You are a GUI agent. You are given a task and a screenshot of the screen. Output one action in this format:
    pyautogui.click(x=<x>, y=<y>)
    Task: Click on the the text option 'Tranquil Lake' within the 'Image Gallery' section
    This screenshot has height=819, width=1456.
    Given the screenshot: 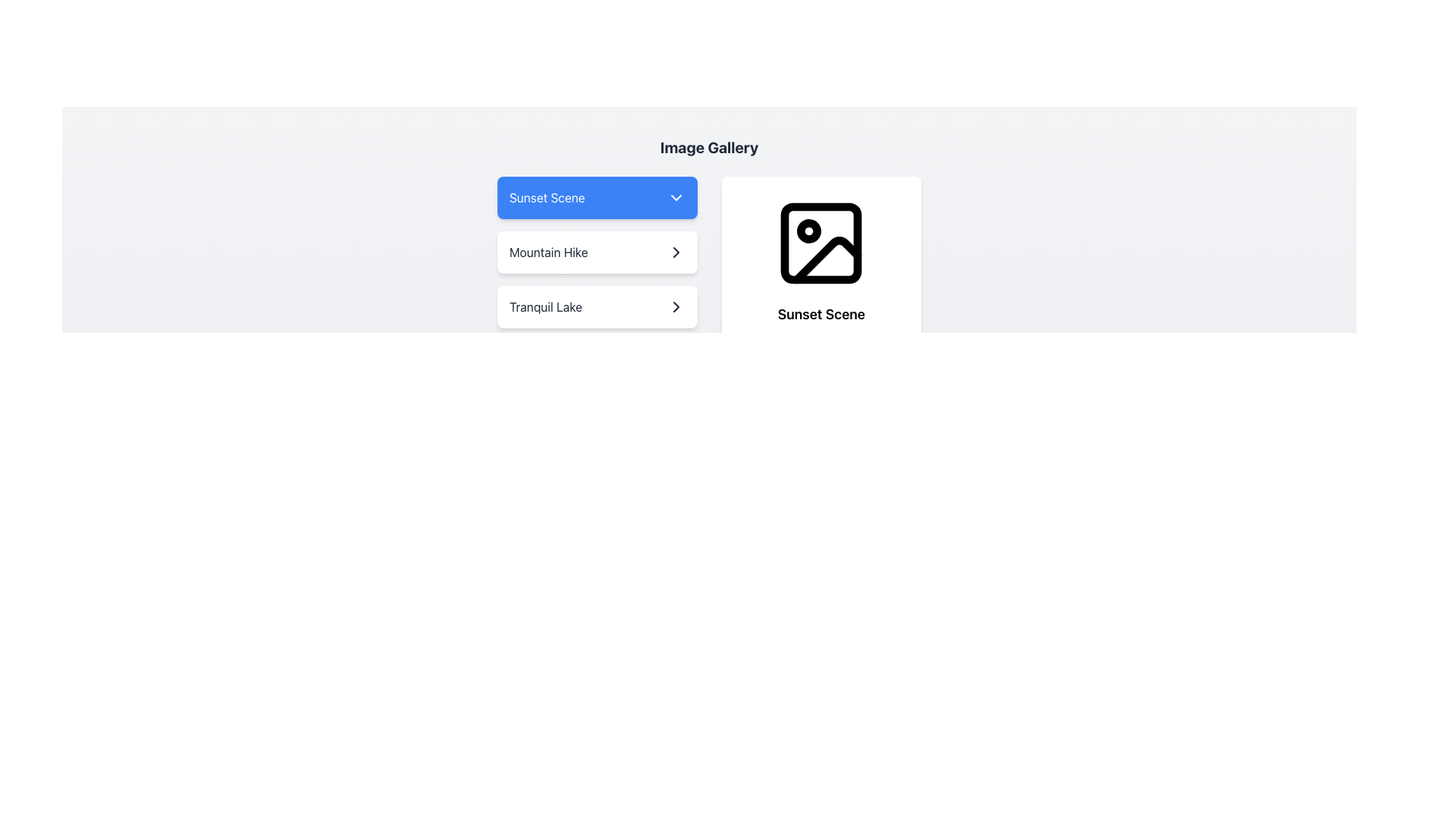 What is the action you would take?
    pyautogui.click(x=545, y=307)
    